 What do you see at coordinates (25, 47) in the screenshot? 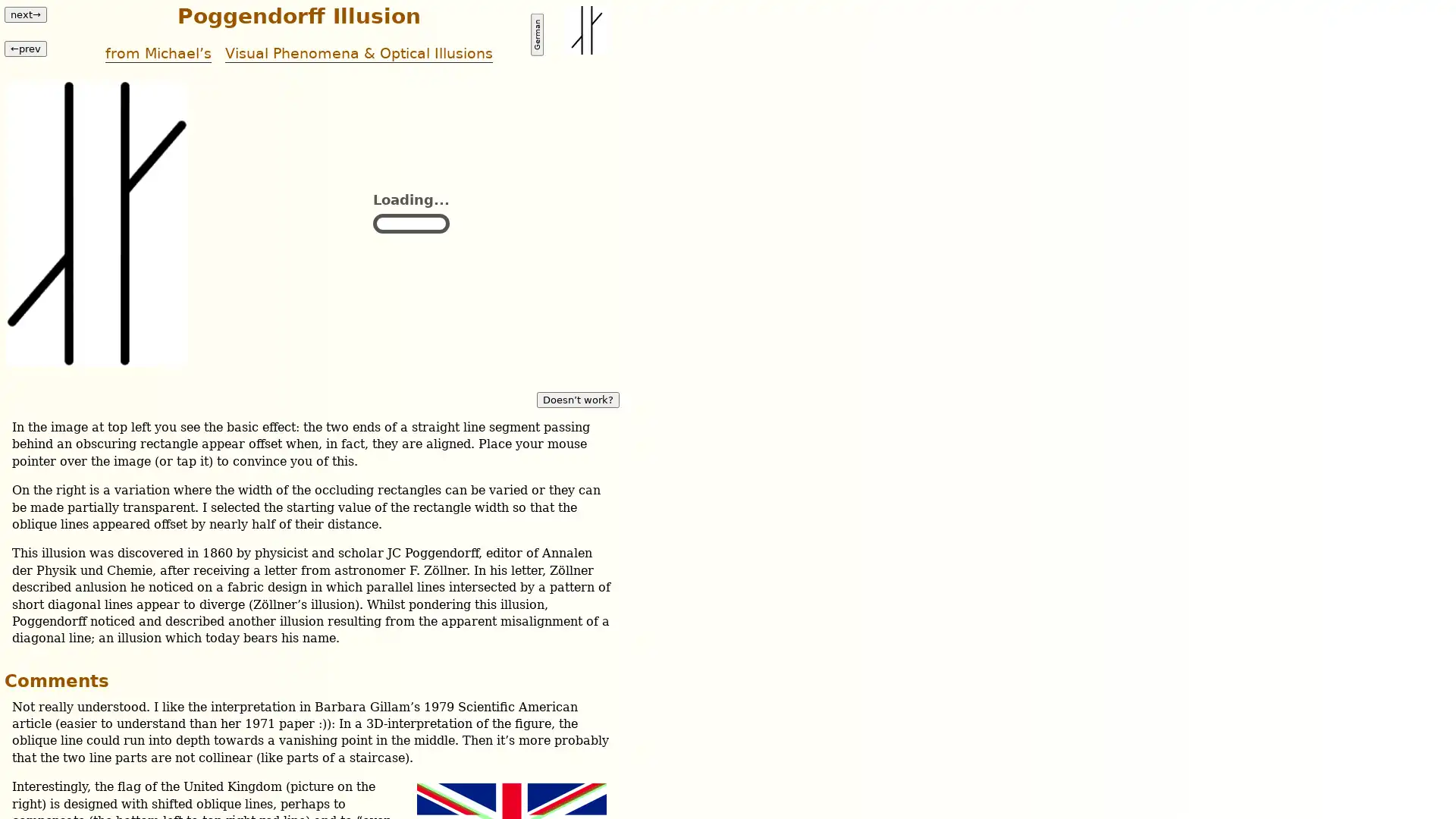
I see `prev` at bounding box center [25, 47].